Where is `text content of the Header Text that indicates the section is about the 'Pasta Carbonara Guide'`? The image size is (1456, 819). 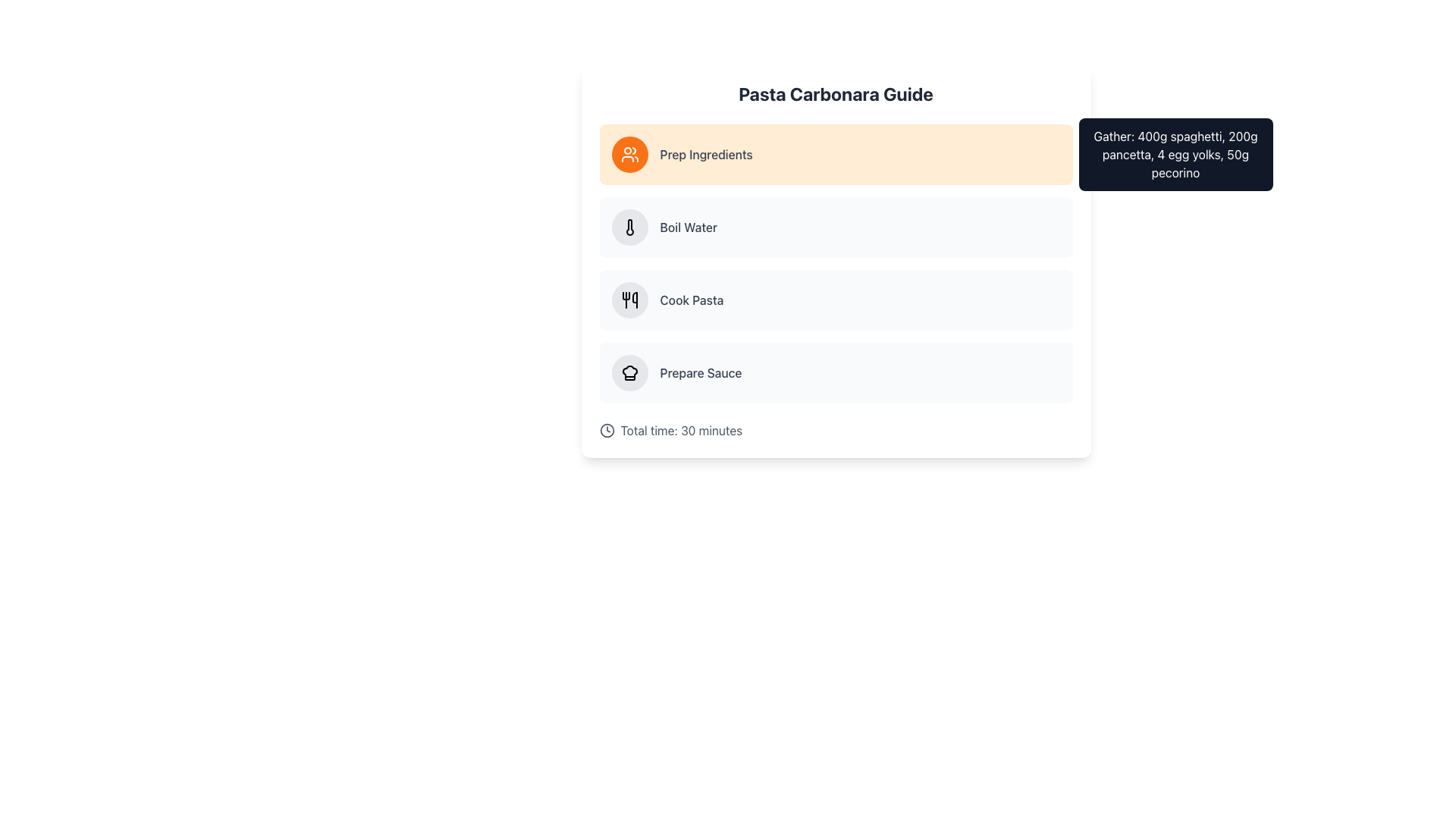
text content of the Header Text that indicates the section is about the 'Pasta Carbonara Guide' is located at coordinates (835, 93).